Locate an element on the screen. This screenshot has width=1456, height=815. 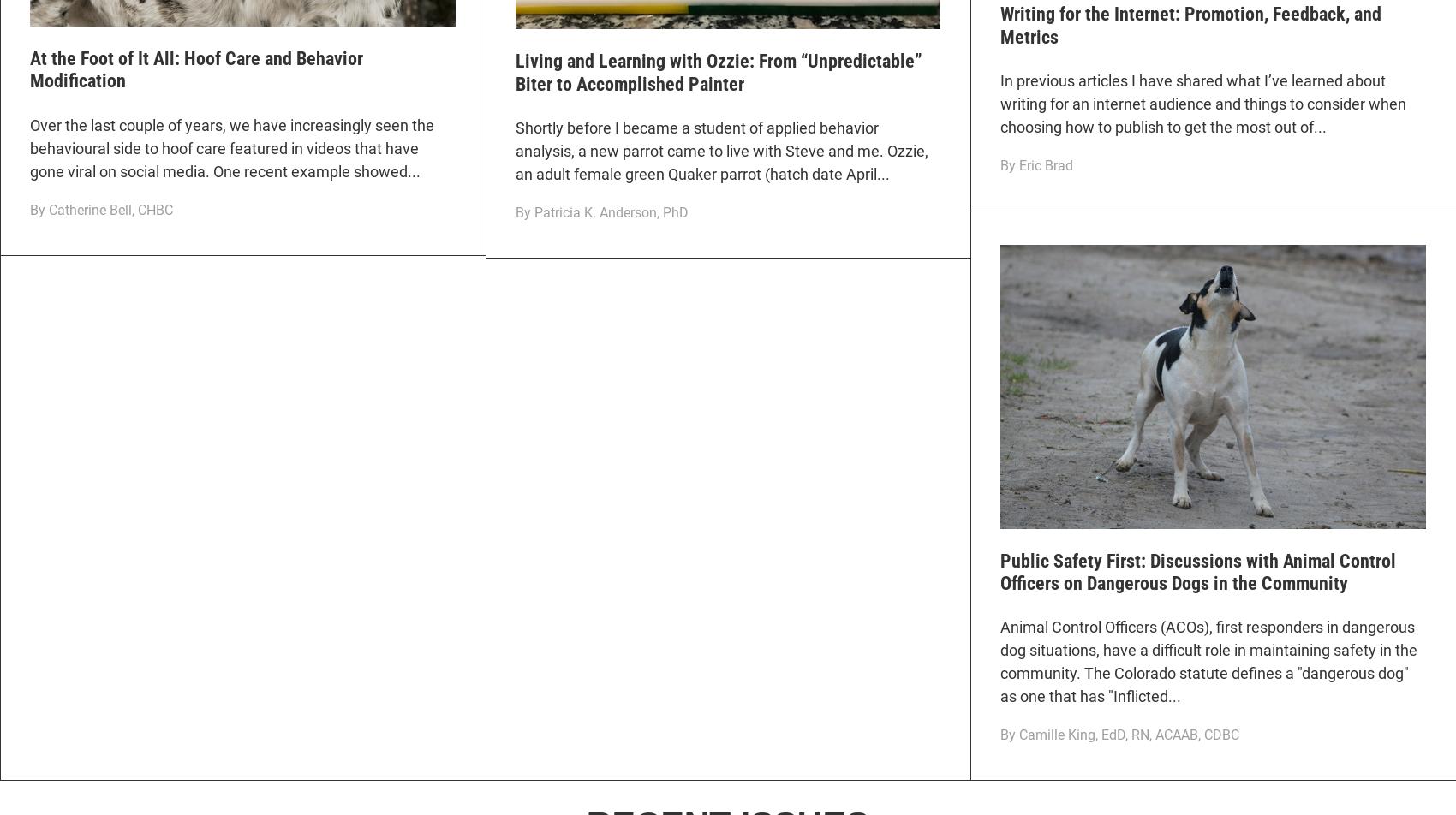
'By  Patricia K. Anderson, PhD' is located at coordinates (513, 212).